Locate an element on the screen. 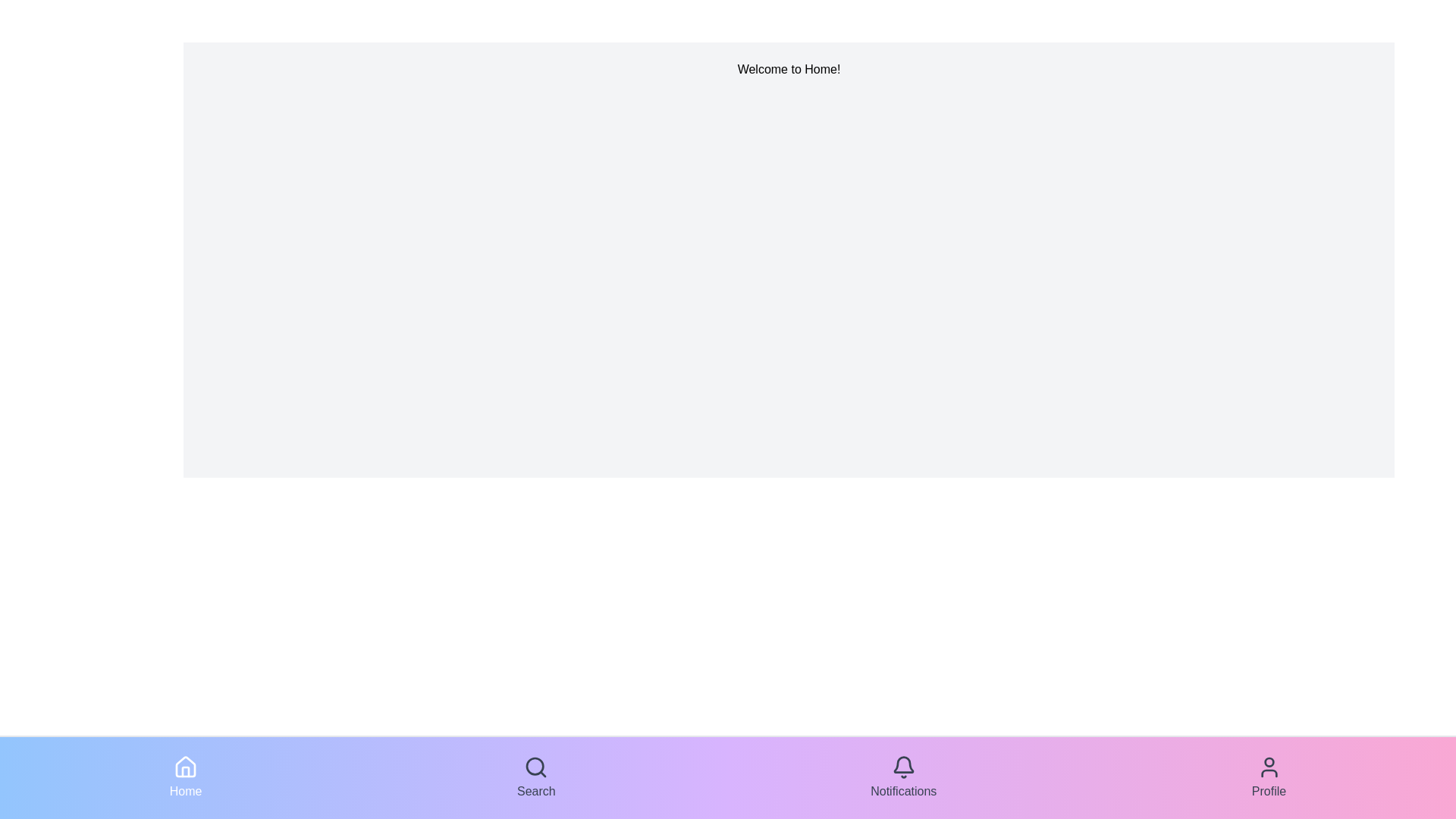 The image size is (1456, 819). text label indicating the purpose of the associated user icon button located at the bottom right corner of the interface, under the user icon is located at coordinates (1269, 791).